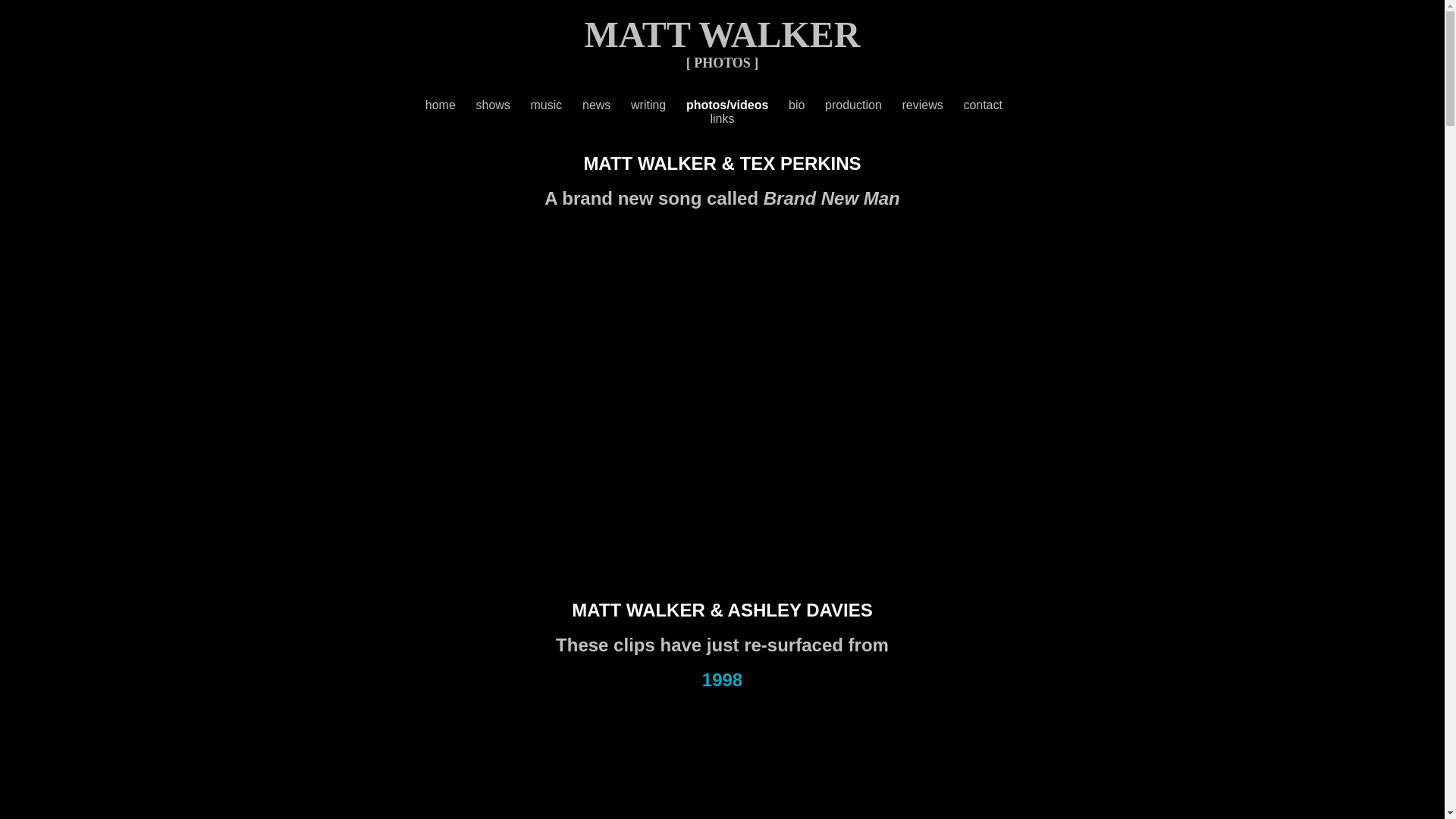 This screenshot has width=1456, height=819. Describe the element at coordinates (425, 388) in the screenshot. I see `'Tex Perkins - Brand New Man (Live from Happy)'` at that location.